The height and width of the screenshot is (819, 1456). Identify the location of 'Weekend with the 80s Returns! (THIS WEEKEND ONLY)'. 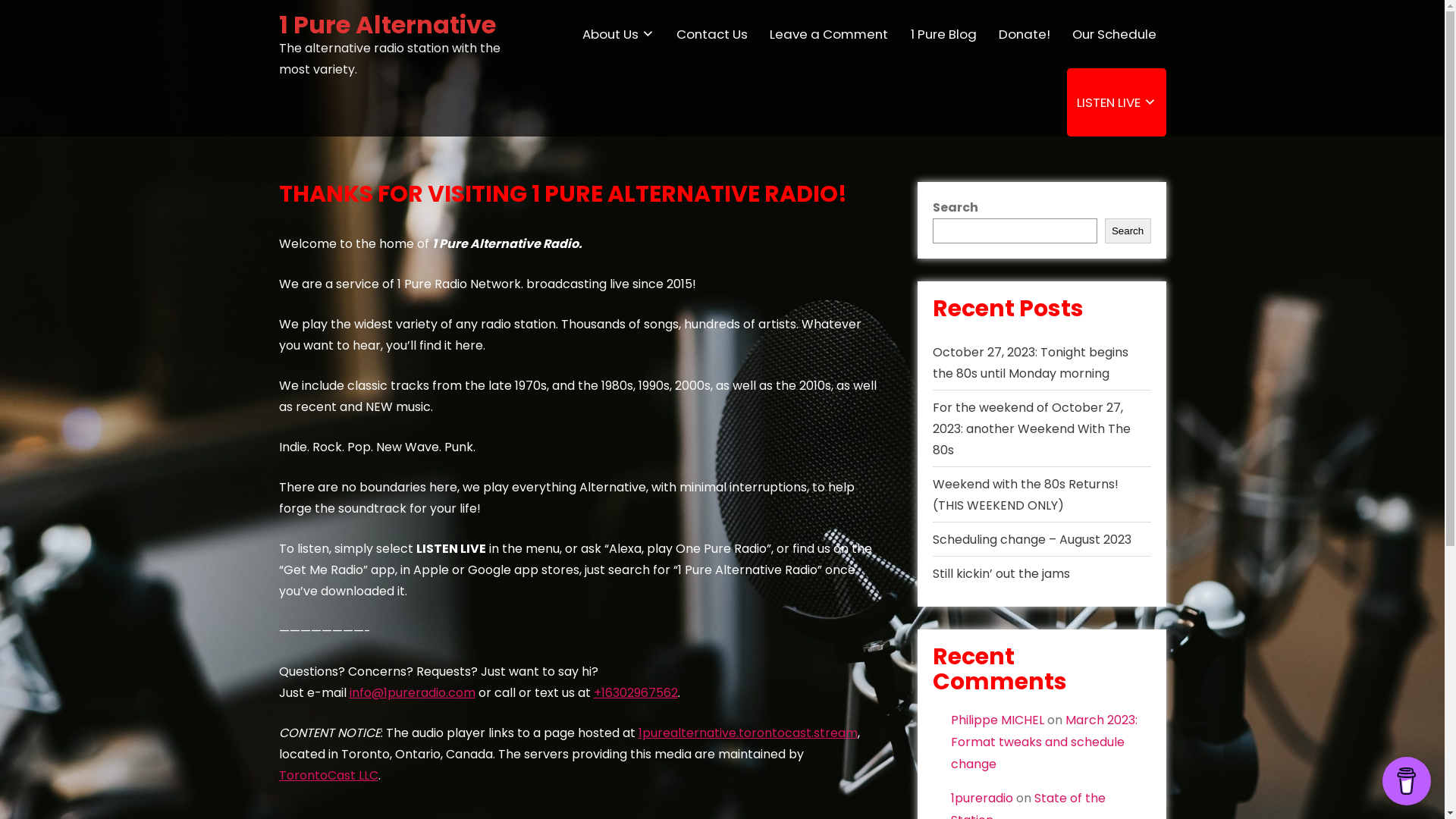
(1025, 494).